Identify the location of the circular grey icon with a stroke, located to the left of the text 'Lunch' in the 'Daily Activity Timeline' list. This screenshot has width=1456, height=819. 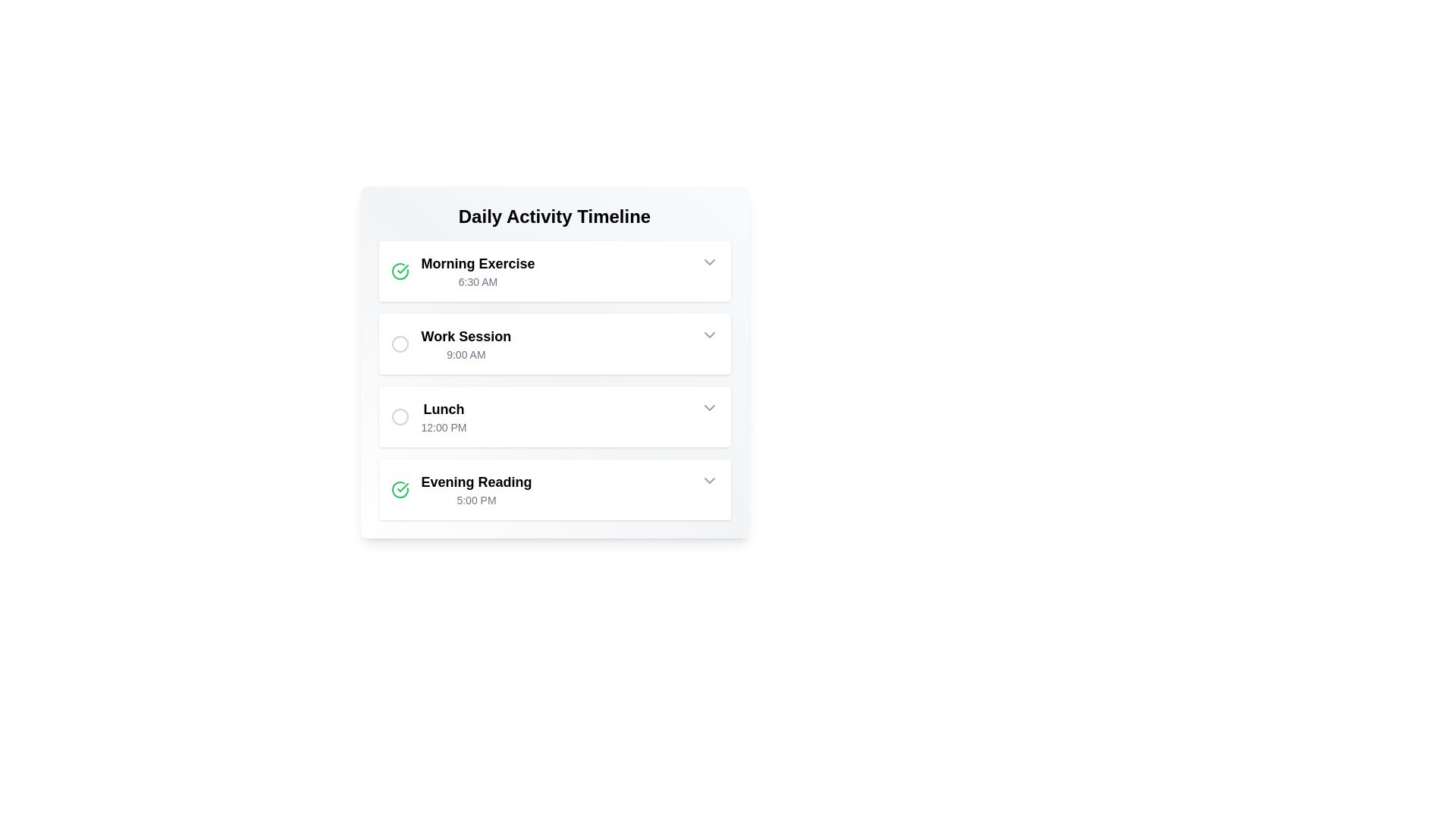
(400, 417).